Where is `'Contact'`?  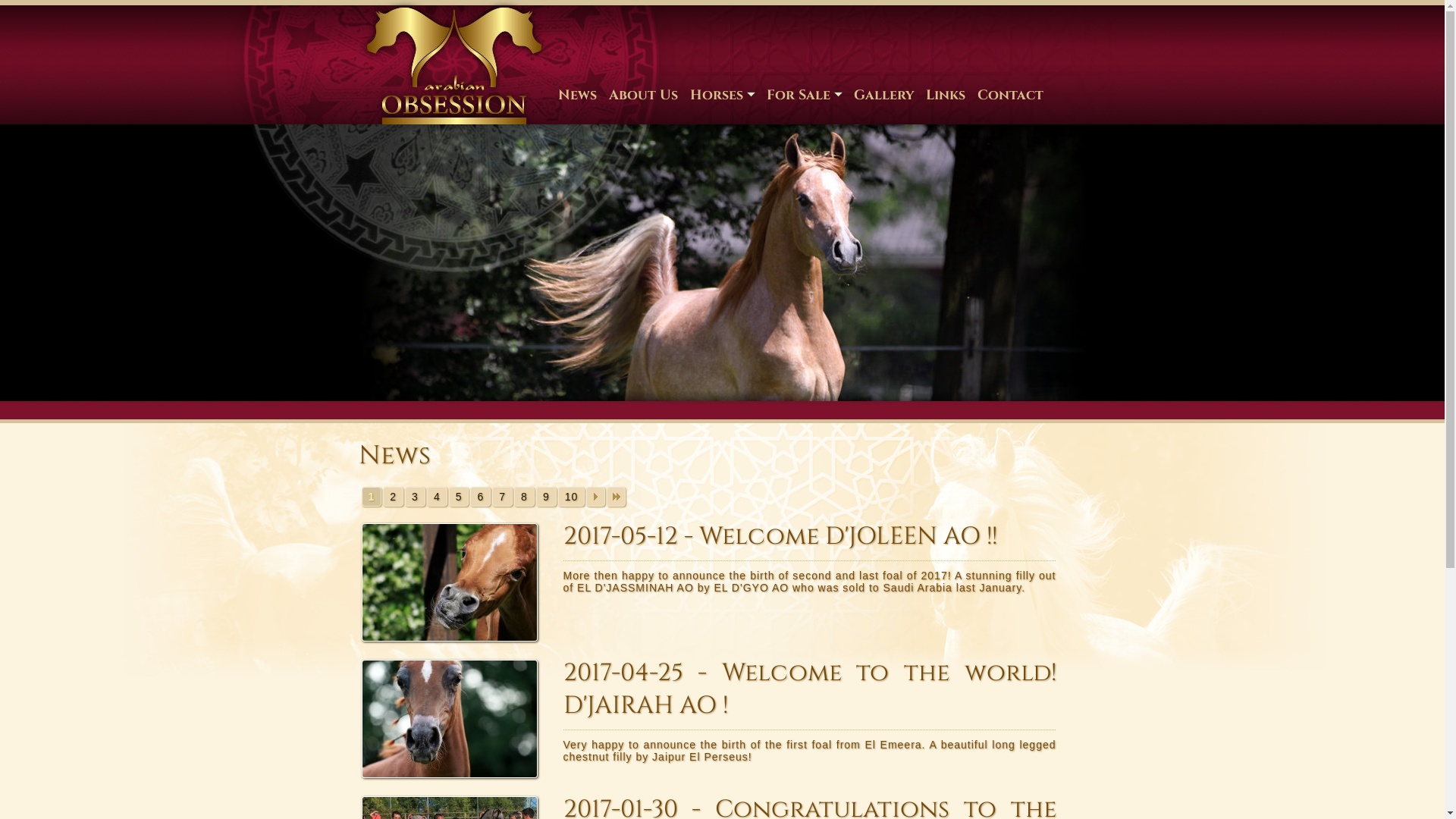 'Contact' is located at coordinates (971, 94).